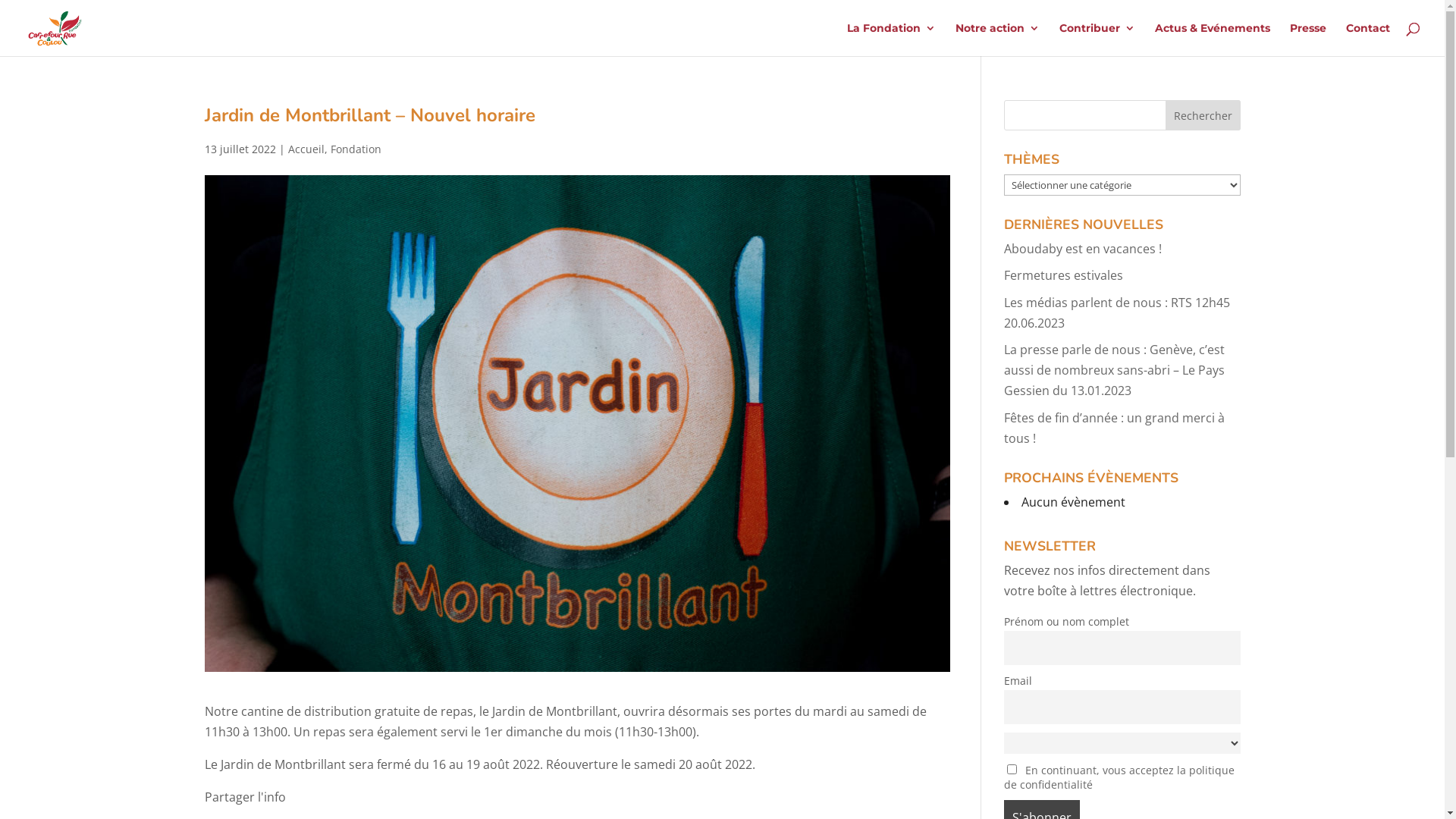 The height and width of the screenshot is (819, 1456). What do you see at coordinates (1082, 247) in the screenshot?
I see `'Aboudaby est en vacances !'` at bounding box center [1082, 247].